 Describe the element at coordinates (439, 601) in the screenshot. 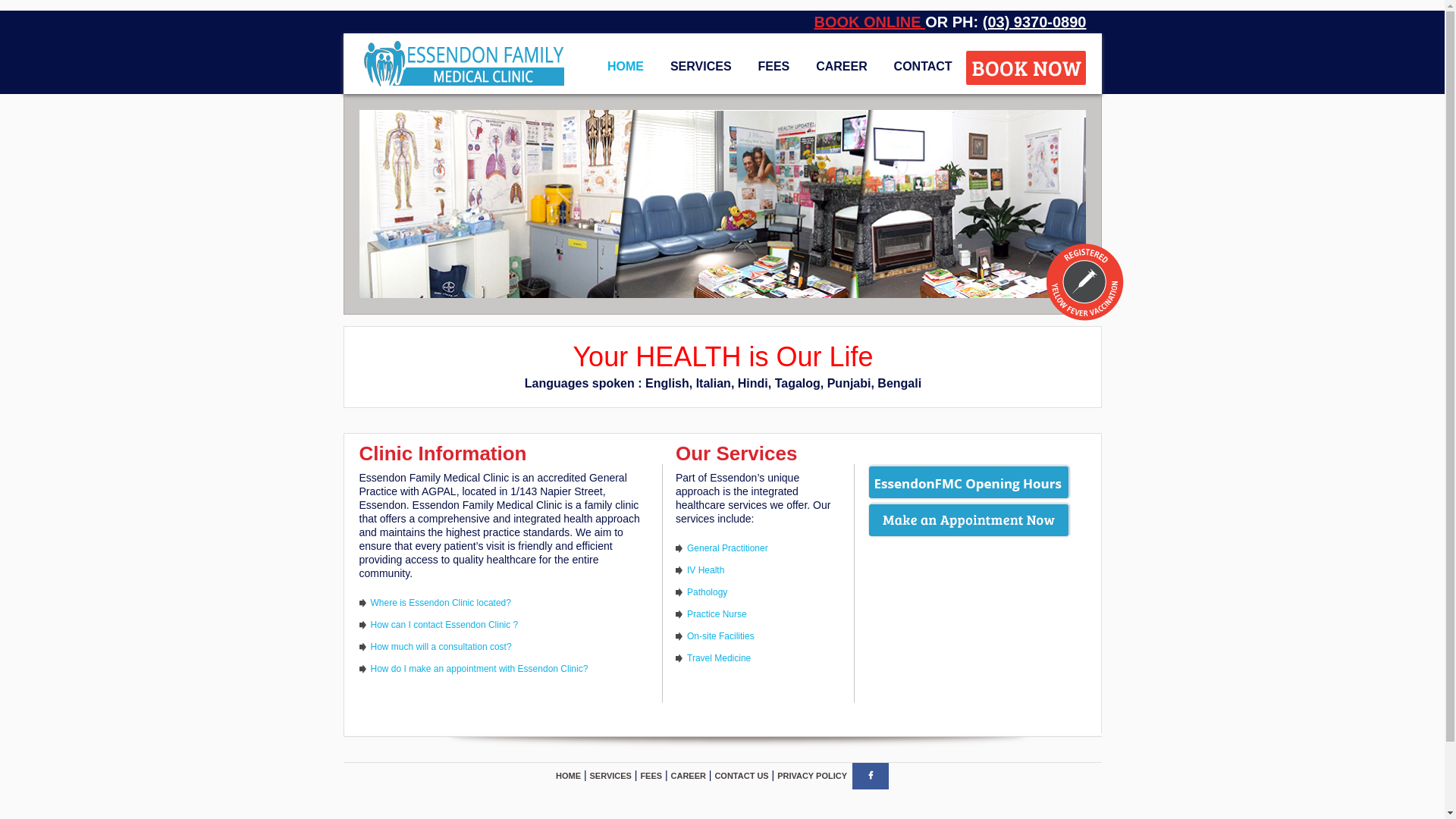

I see `'Where is Essendon Clinic located?'` at that location.